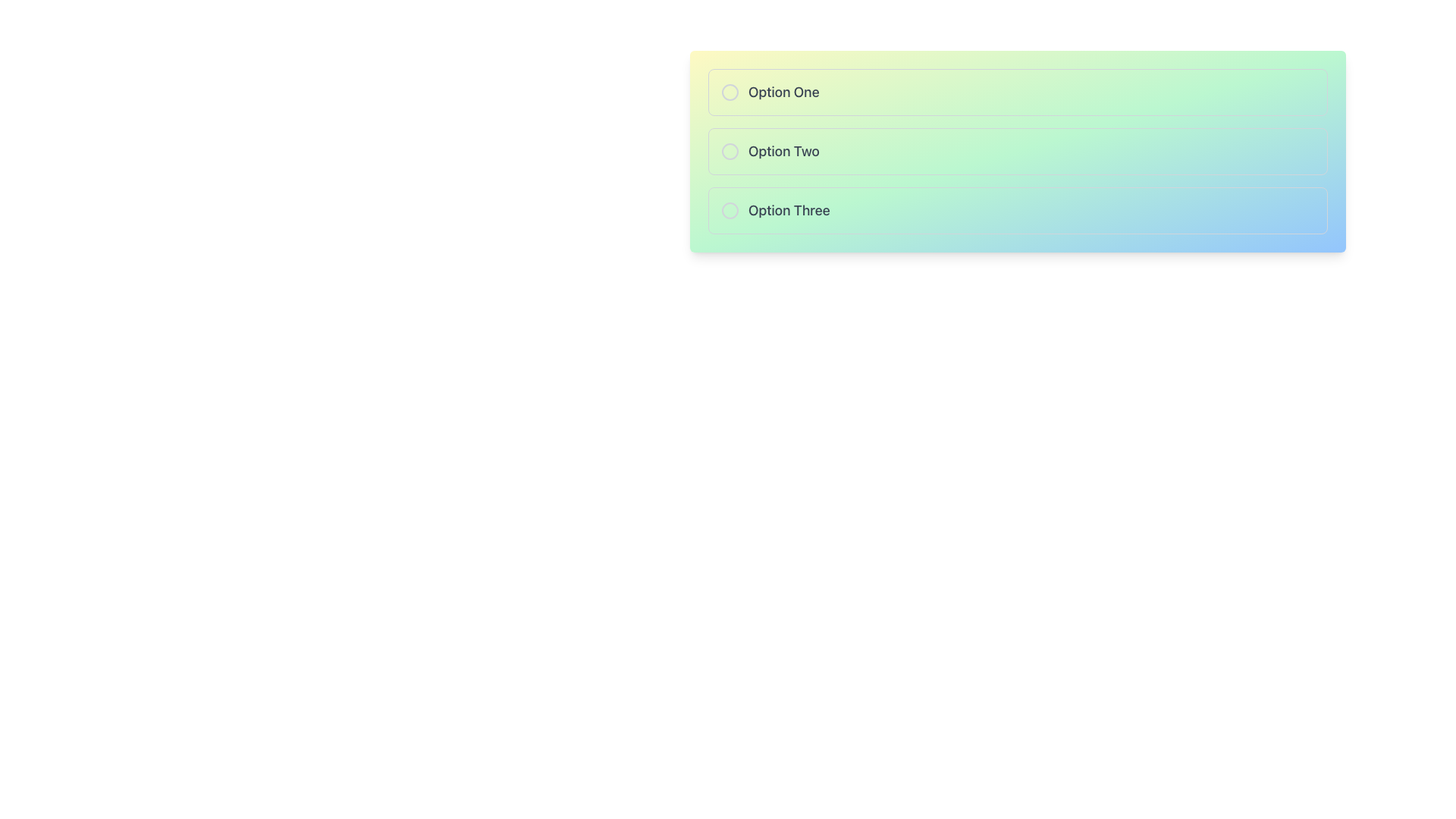  Describe the element at coordinates (1018, 93) in the screenshot. I see `the first selectable item element labeled 'Option One' in the radio button group` at that location.